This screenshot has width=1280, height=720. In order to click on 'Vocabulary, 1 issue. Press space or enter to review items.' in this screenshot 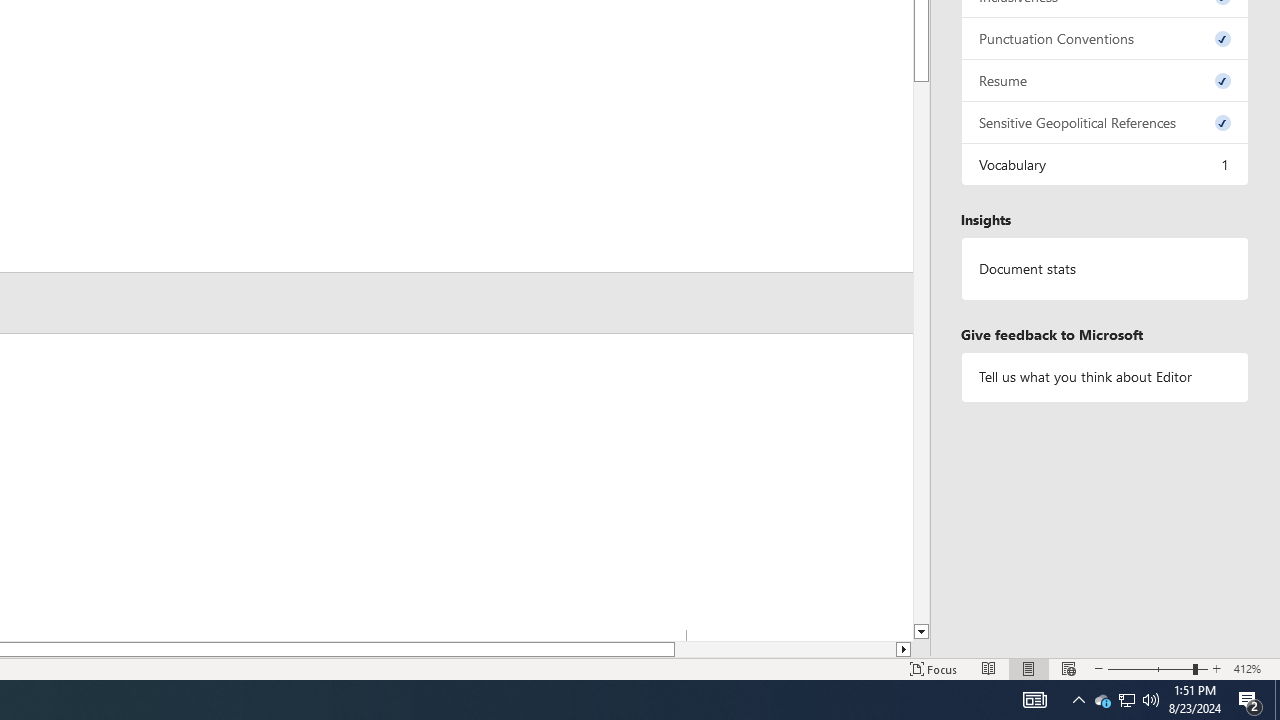, I will do `click(1104, 163)`.